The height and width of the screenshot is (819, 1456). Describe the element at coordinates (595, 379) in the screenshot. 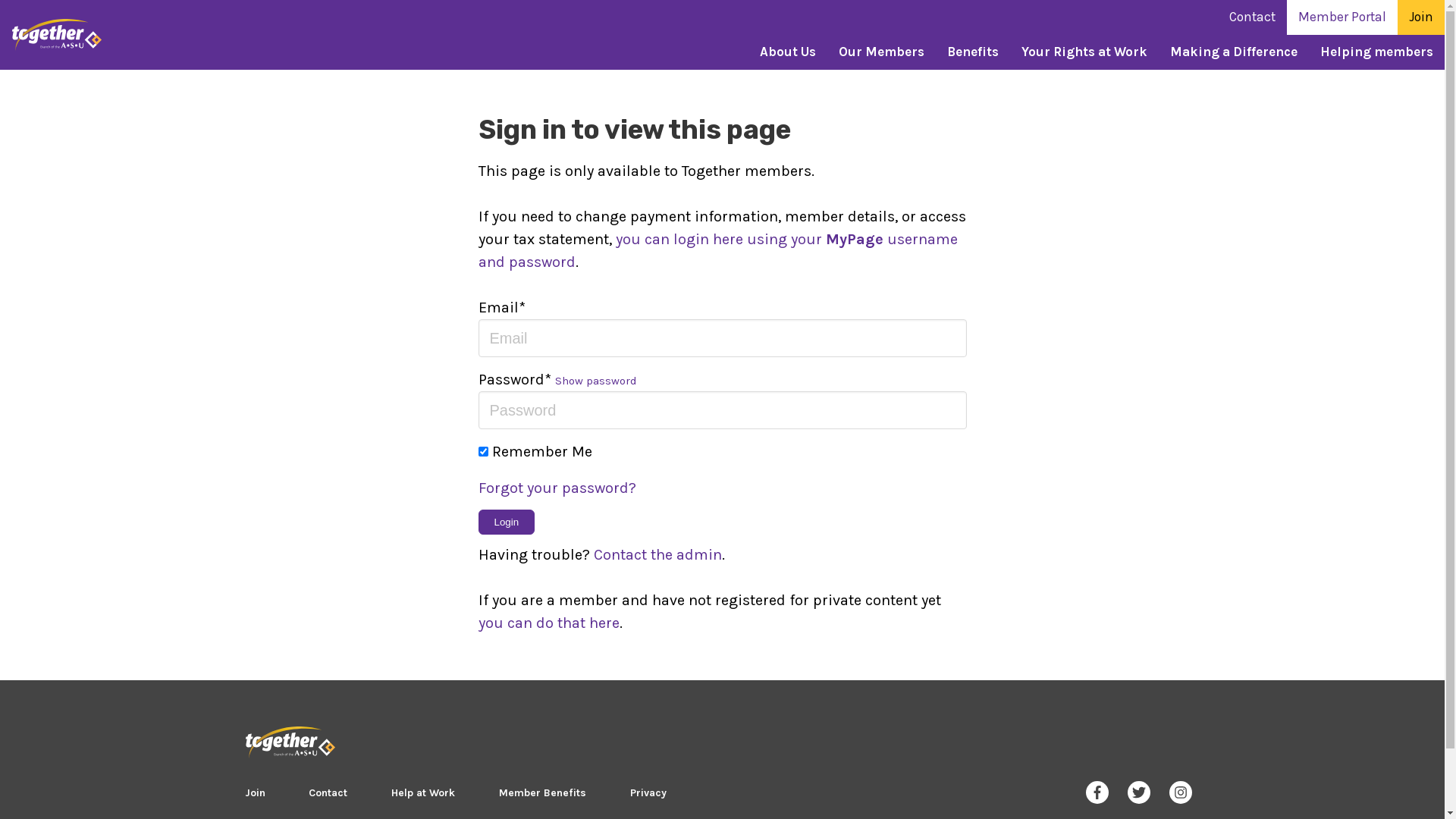

I see `'Show password'` at that location.